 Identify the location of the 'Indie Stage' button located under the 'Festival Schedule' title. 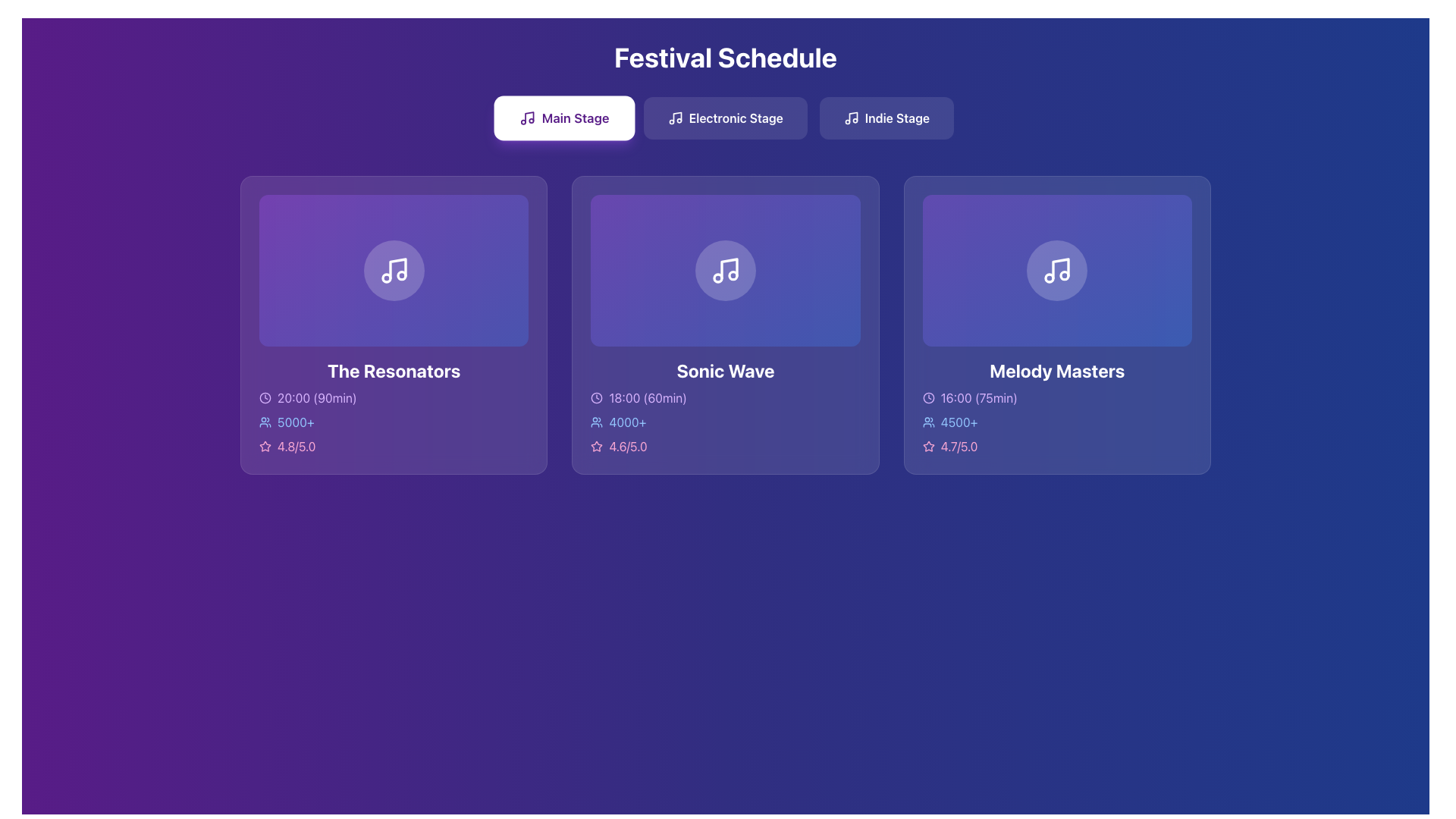
(886, 117).